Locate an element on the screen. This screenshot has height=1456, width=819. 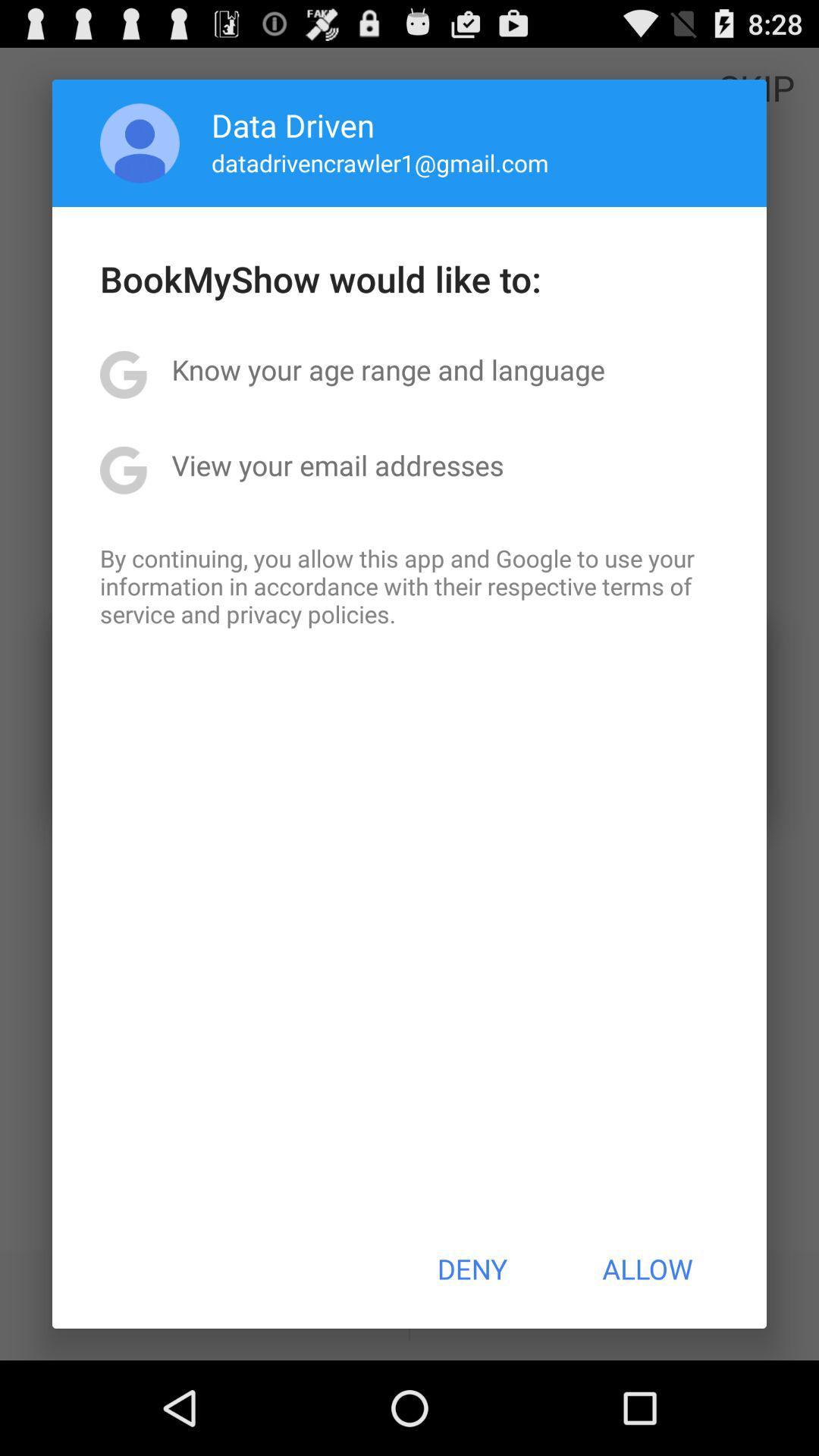
the item above view your email app is located at coordinates (388, 369).